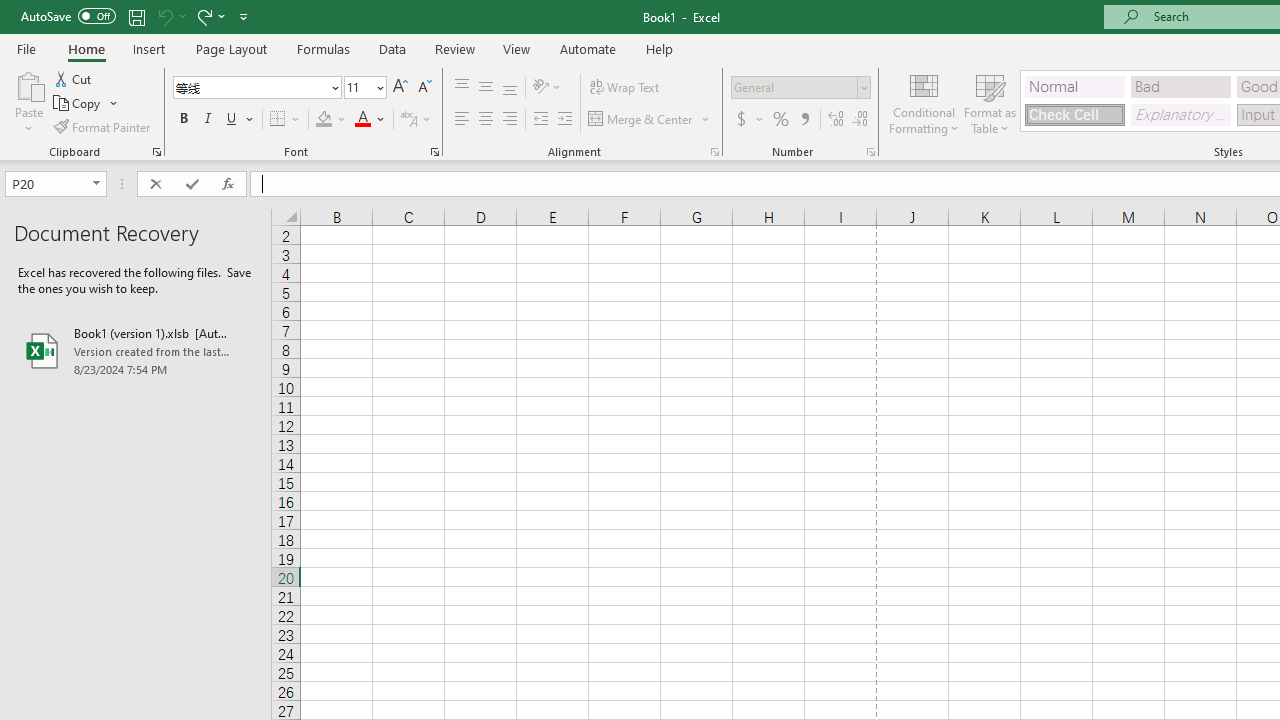 The height and width of the screenshot is (720, 1280). Describe the element at coordinates (793, 86) in the screenshot. I see `'Number Format'` at that location.